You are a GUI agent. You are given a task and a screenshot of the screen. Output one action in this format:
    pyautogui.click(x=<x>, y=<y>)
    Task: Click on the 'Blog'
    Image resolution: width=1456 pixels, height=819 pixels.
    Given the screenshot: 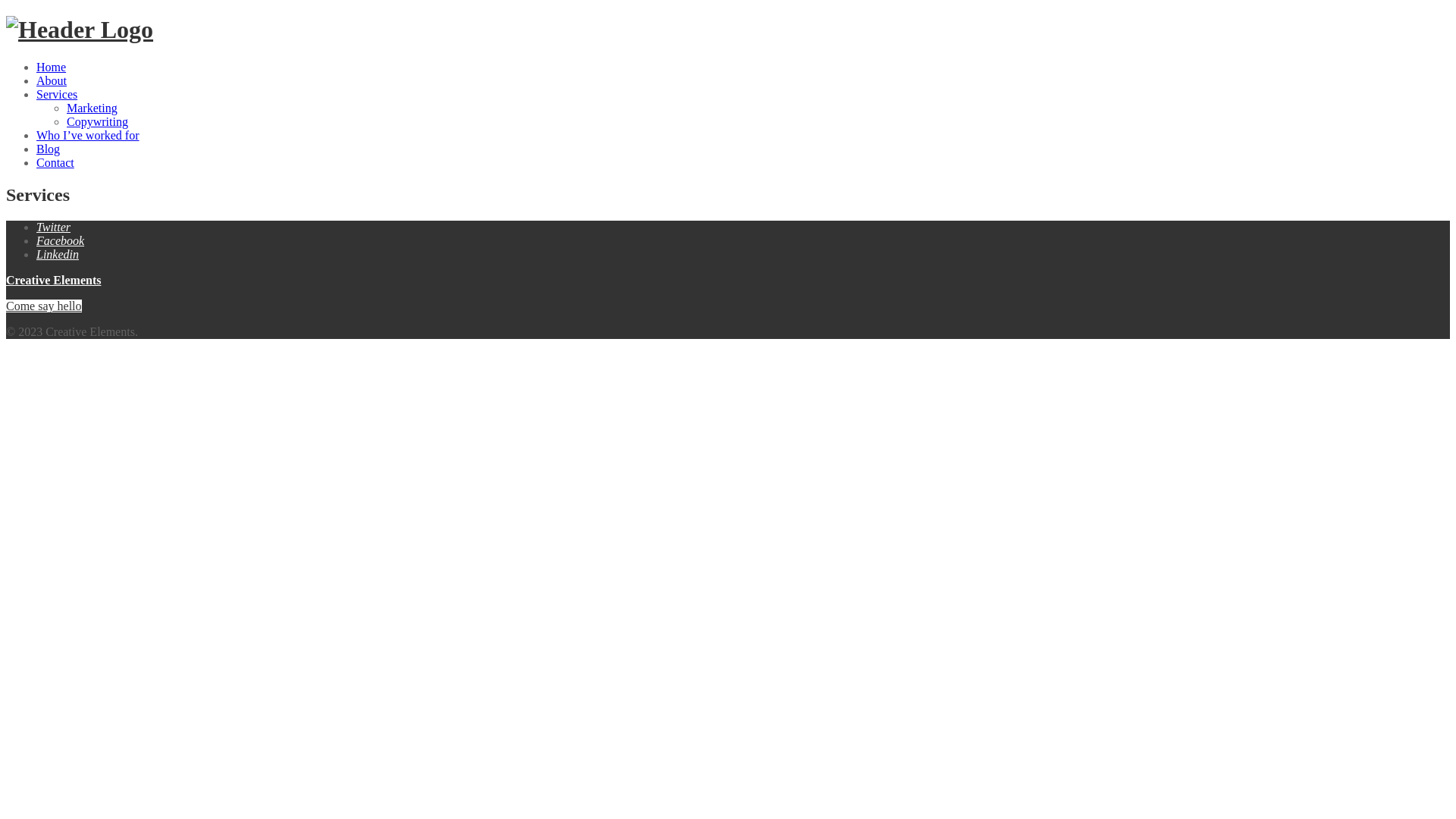 What is the action you would take?
    pyautogui.click(x=36, y=149)
    